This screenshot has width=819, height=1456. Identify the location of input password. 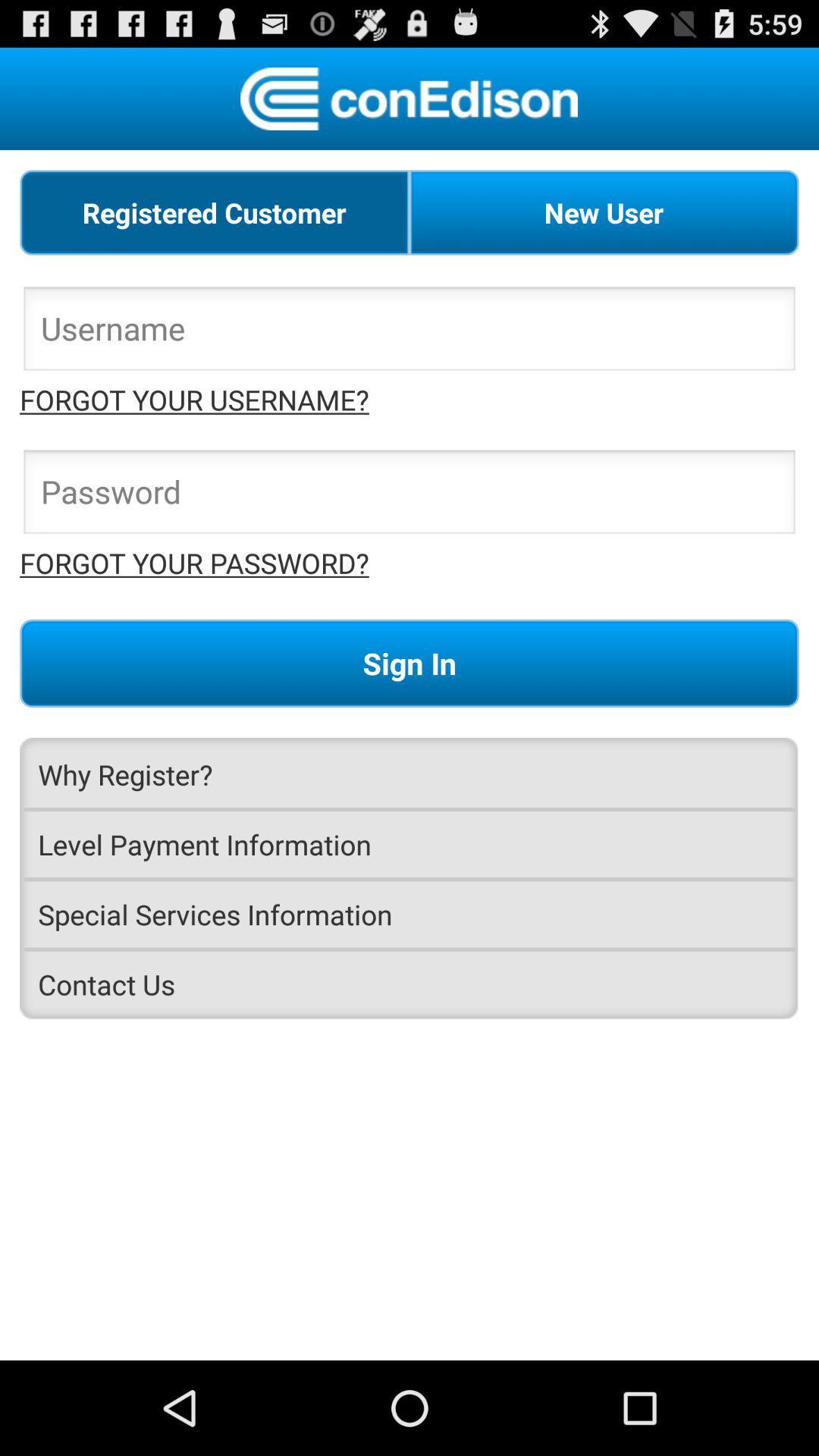
(409, 496).